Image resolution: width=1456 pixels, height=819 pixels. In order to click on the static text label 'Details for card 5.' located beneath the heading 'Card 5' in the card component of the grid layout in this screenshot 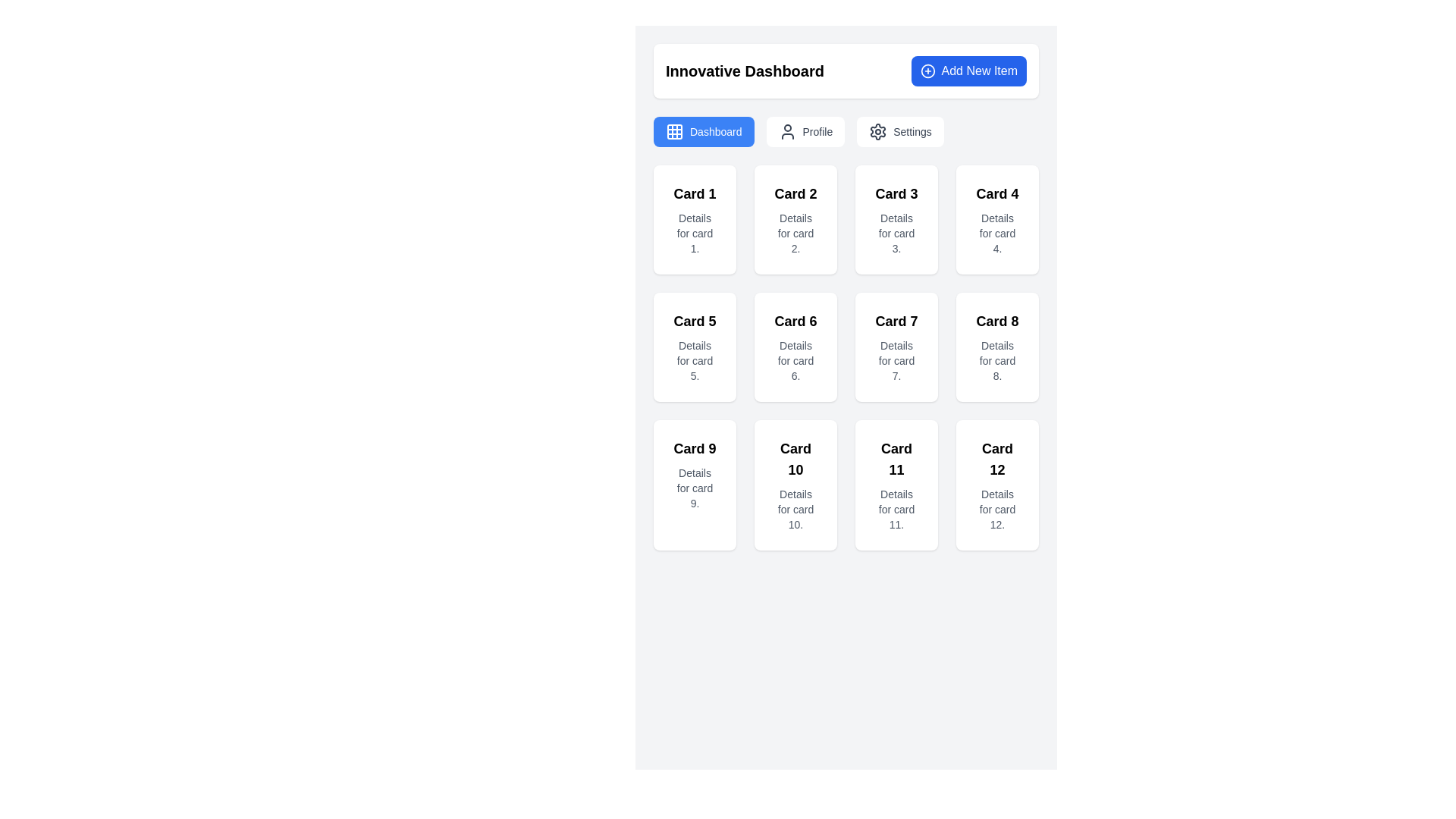, I will do `click(694, 360)`.